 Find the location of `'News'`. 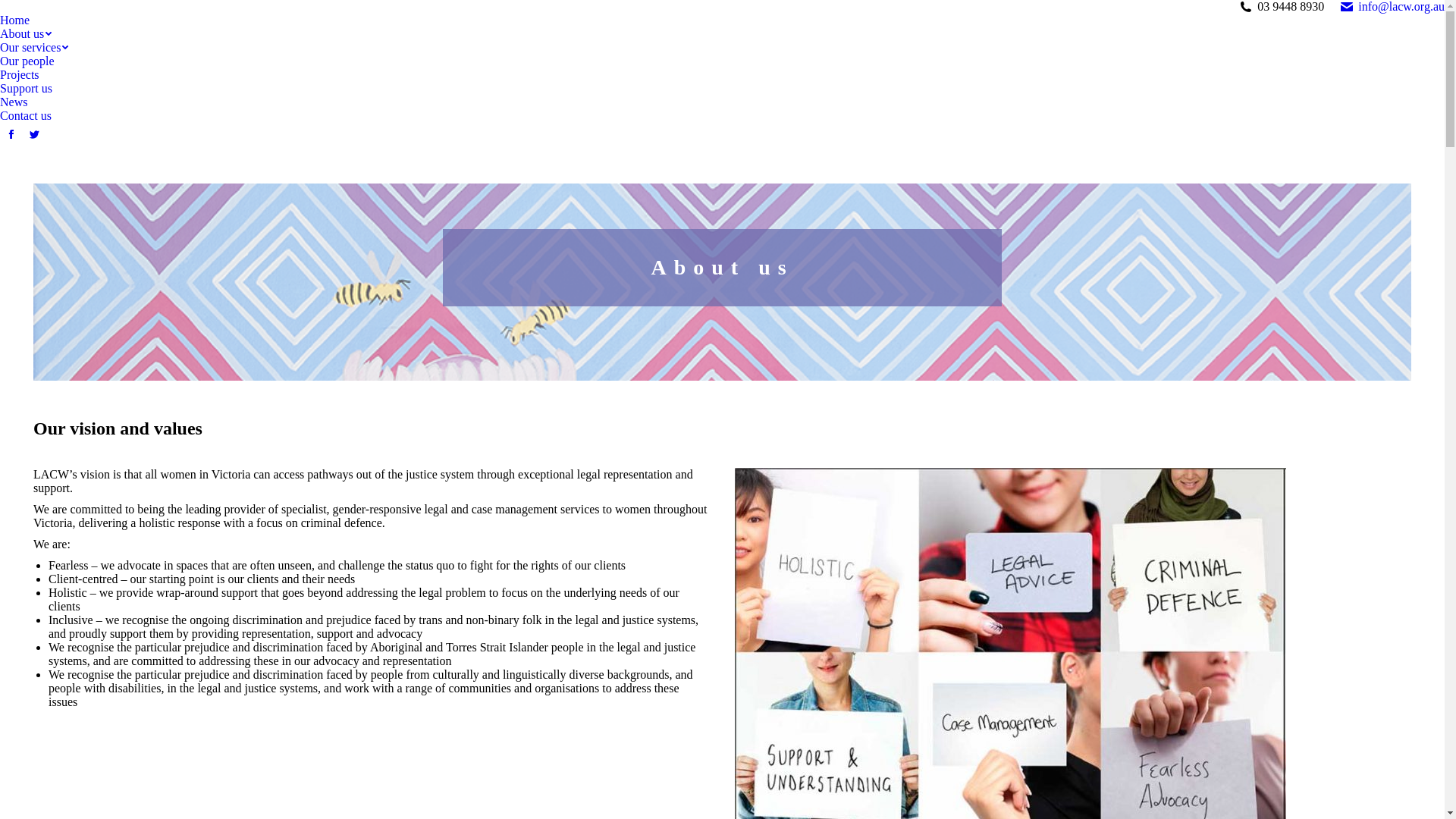

'News' is located at coordinates (14, 102).